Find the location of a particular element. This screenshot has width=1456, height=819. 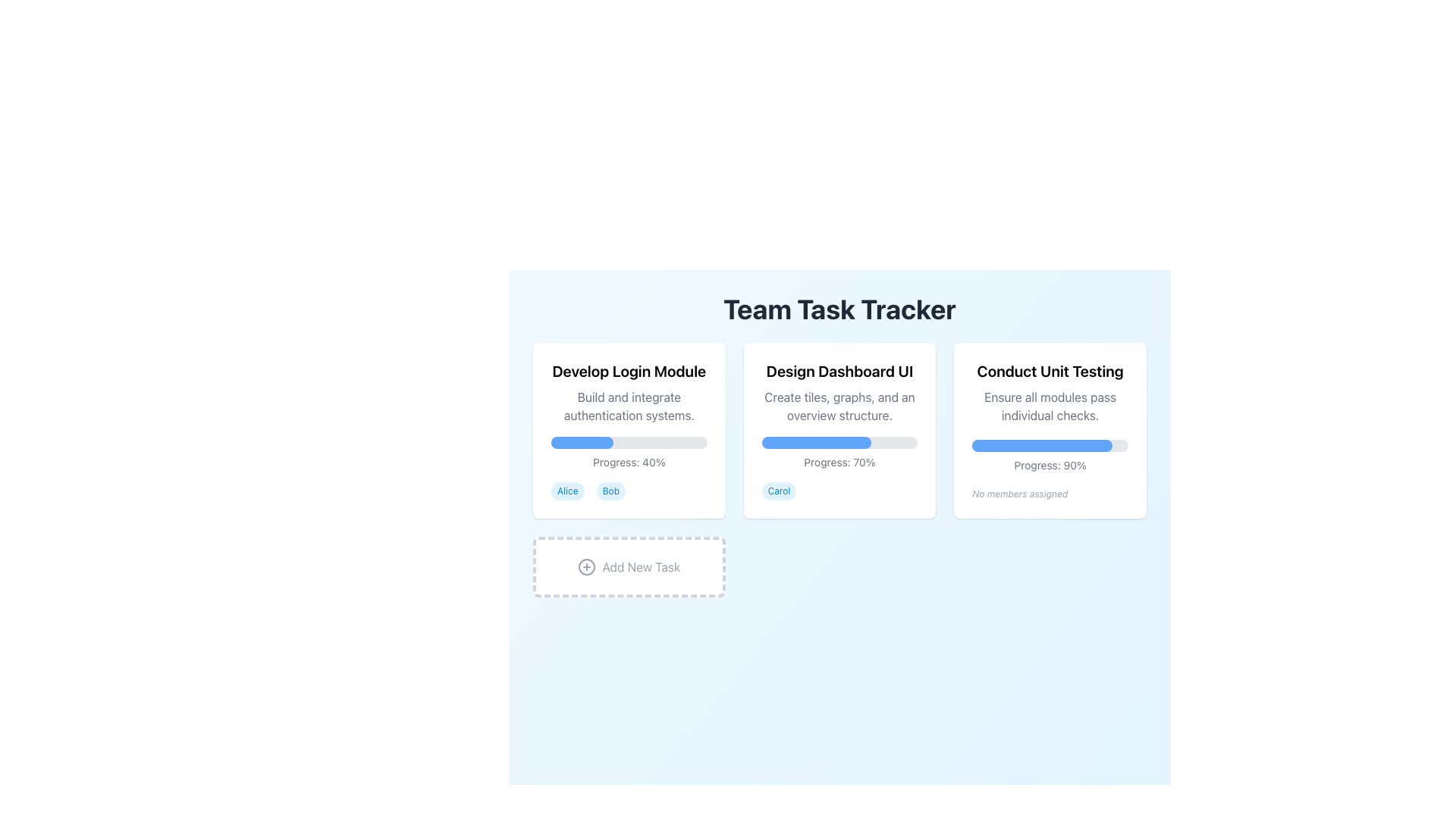

the Static Text Display that shows the numeric percentage progress associated with a task, located below the graphical progress bar in the middle column of the team task tracker card layout is located at coordinates (839, 461).